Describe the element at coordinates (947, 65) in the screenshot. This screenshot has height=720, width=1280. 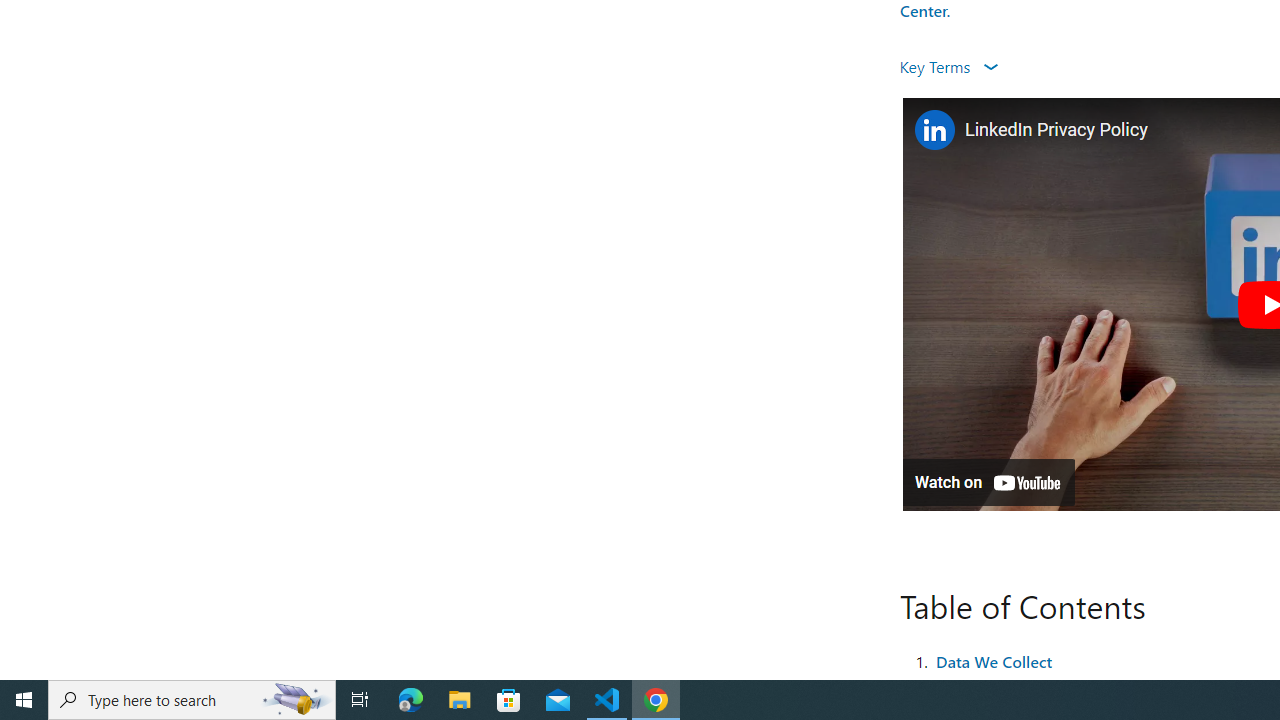
I see `'Key Terms '` at that location.